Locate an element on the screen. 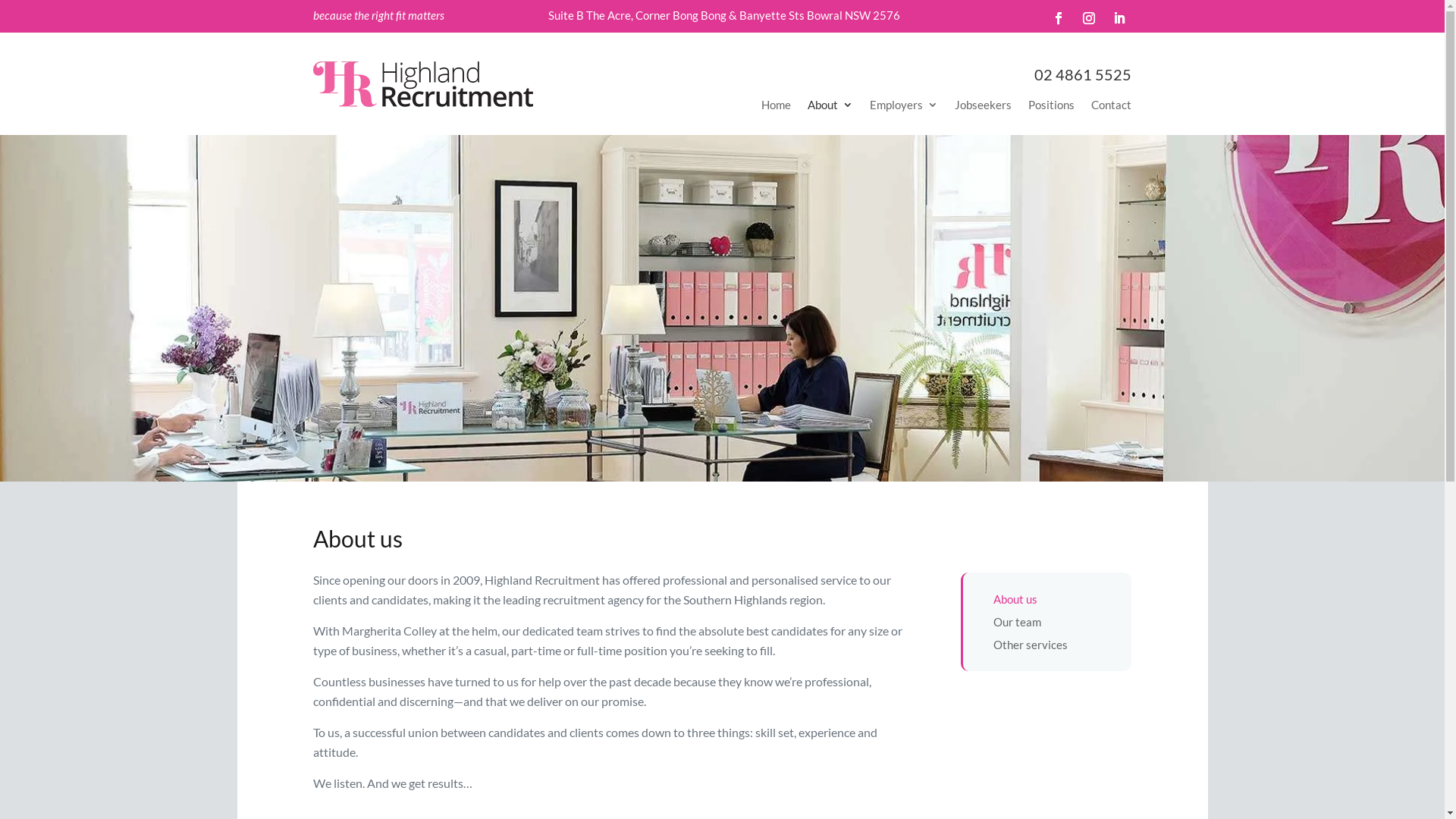 The width and height of the screenshot is (1456, 819). 'Follow on LinkedIn' is located at coordinates (1106, 17).